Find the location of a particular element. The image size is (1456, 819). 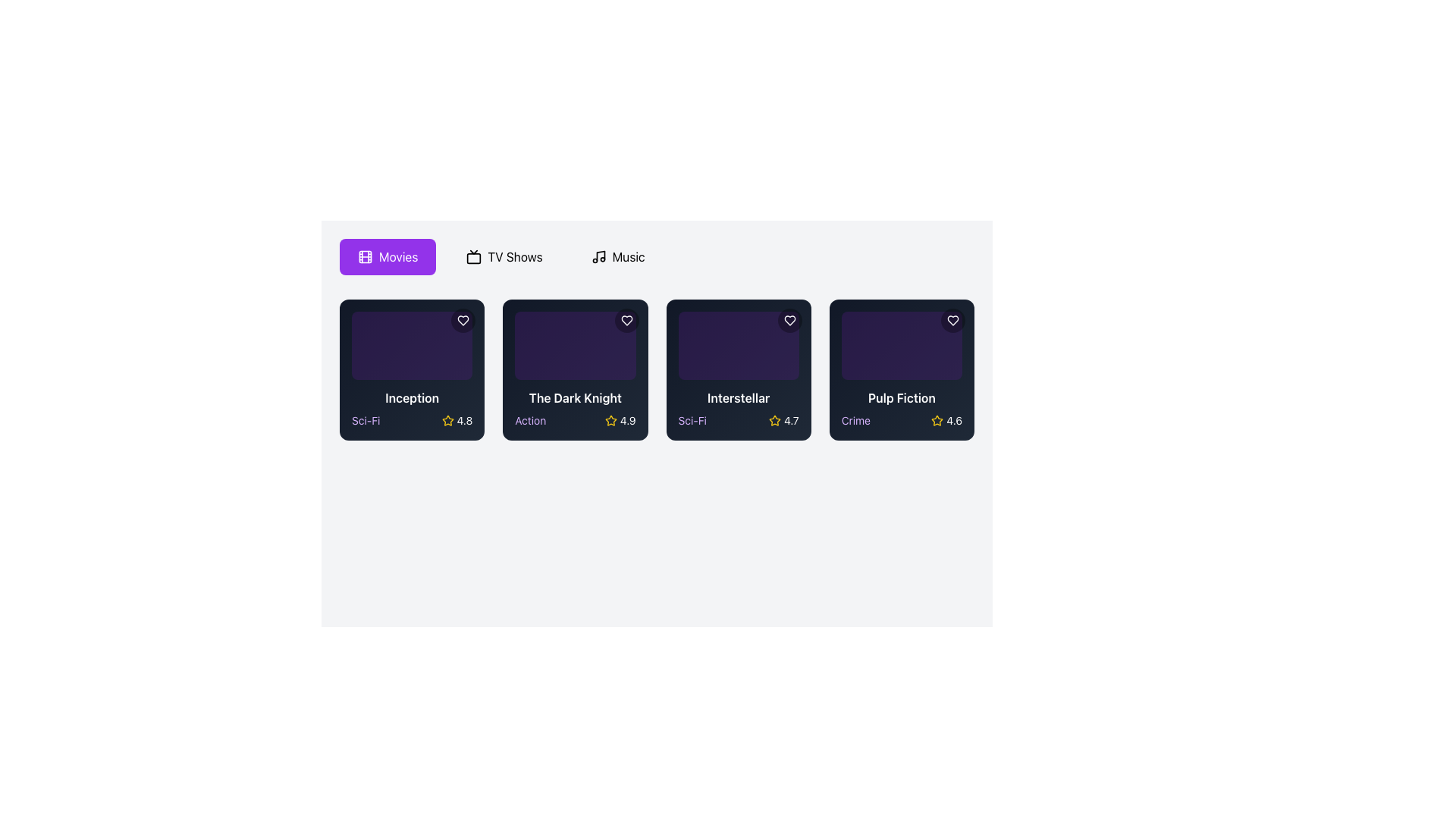

the 'like' button for the movie 'Pulp Fiction' is located at coordinates (952, 320).